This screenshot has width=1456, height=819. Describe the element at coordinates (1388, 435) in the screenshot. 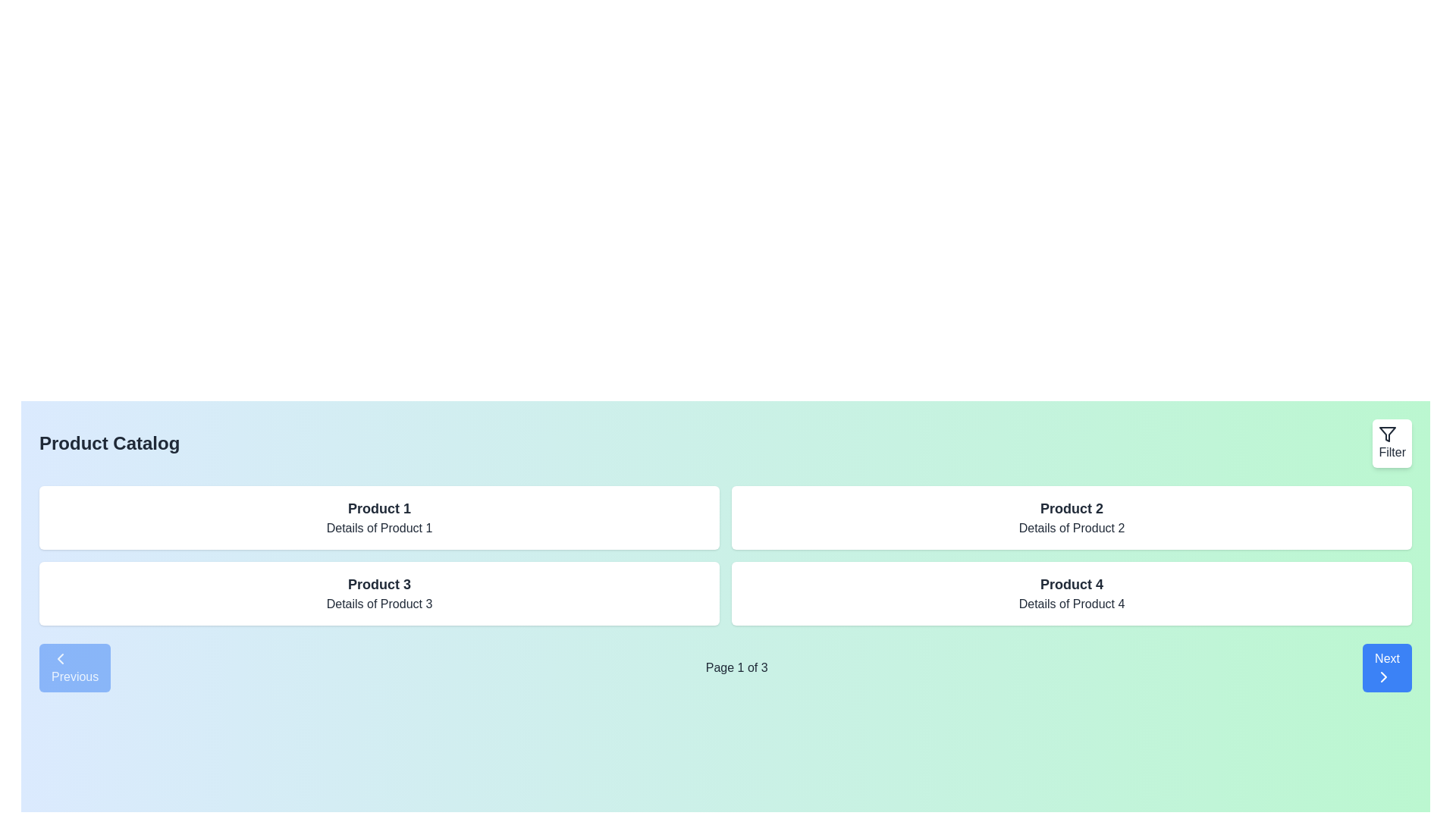

I see `the filter icon located in the top-right corner of the 'Filter' button, which has a minimalistic funnel design and is set against a green backdrop` at that location.